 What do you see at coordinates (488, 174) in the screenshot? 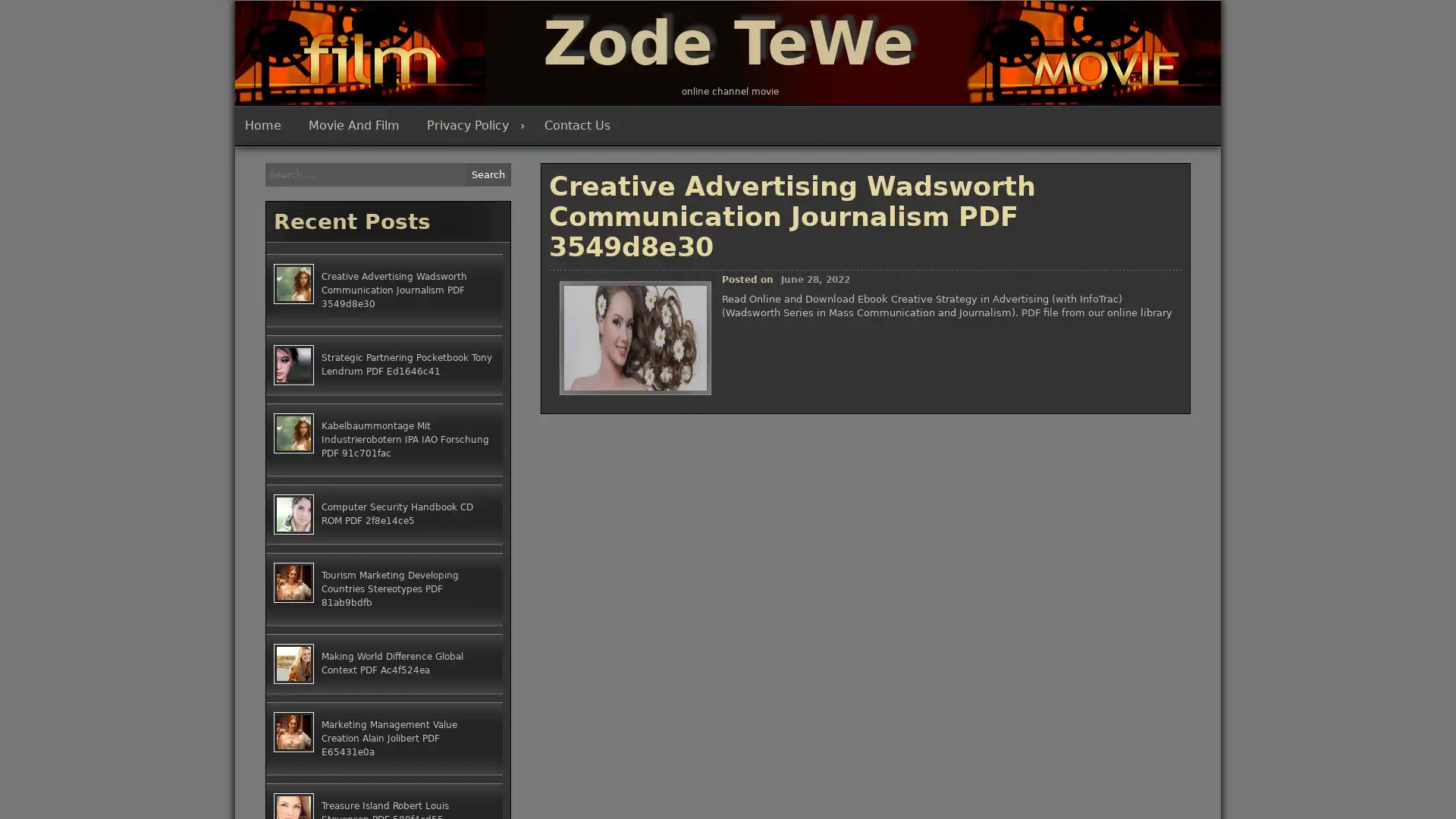
I see `Search` at bounding box center [488, 174].